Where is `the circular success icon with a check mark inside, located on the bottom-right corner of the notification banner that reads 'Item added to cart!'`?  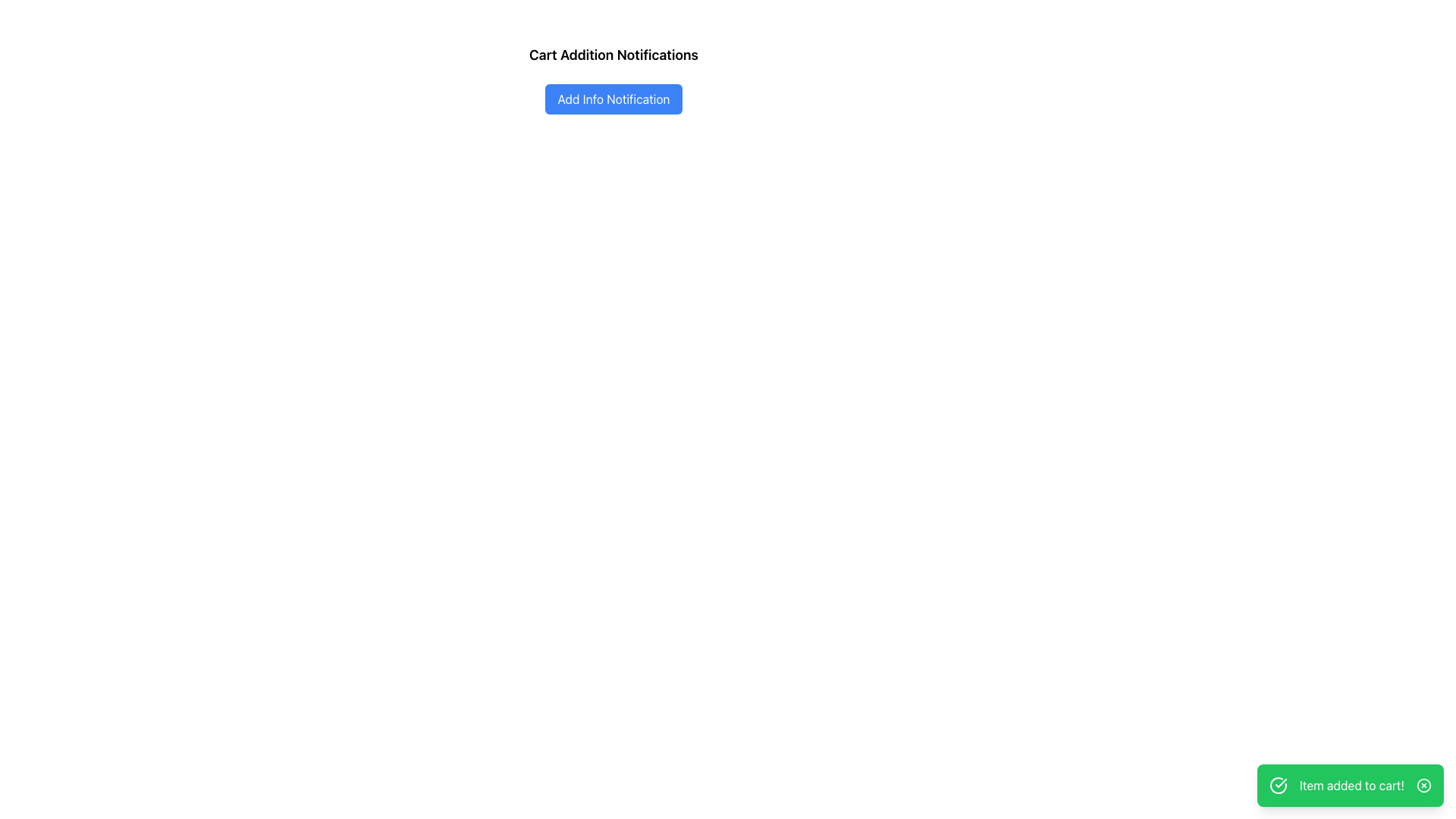 the circular success icon with a check mark inside, located on the bottom-right corner of the notification banner that reads 'Item added to cart!' is located at coordinates (1277, 785).